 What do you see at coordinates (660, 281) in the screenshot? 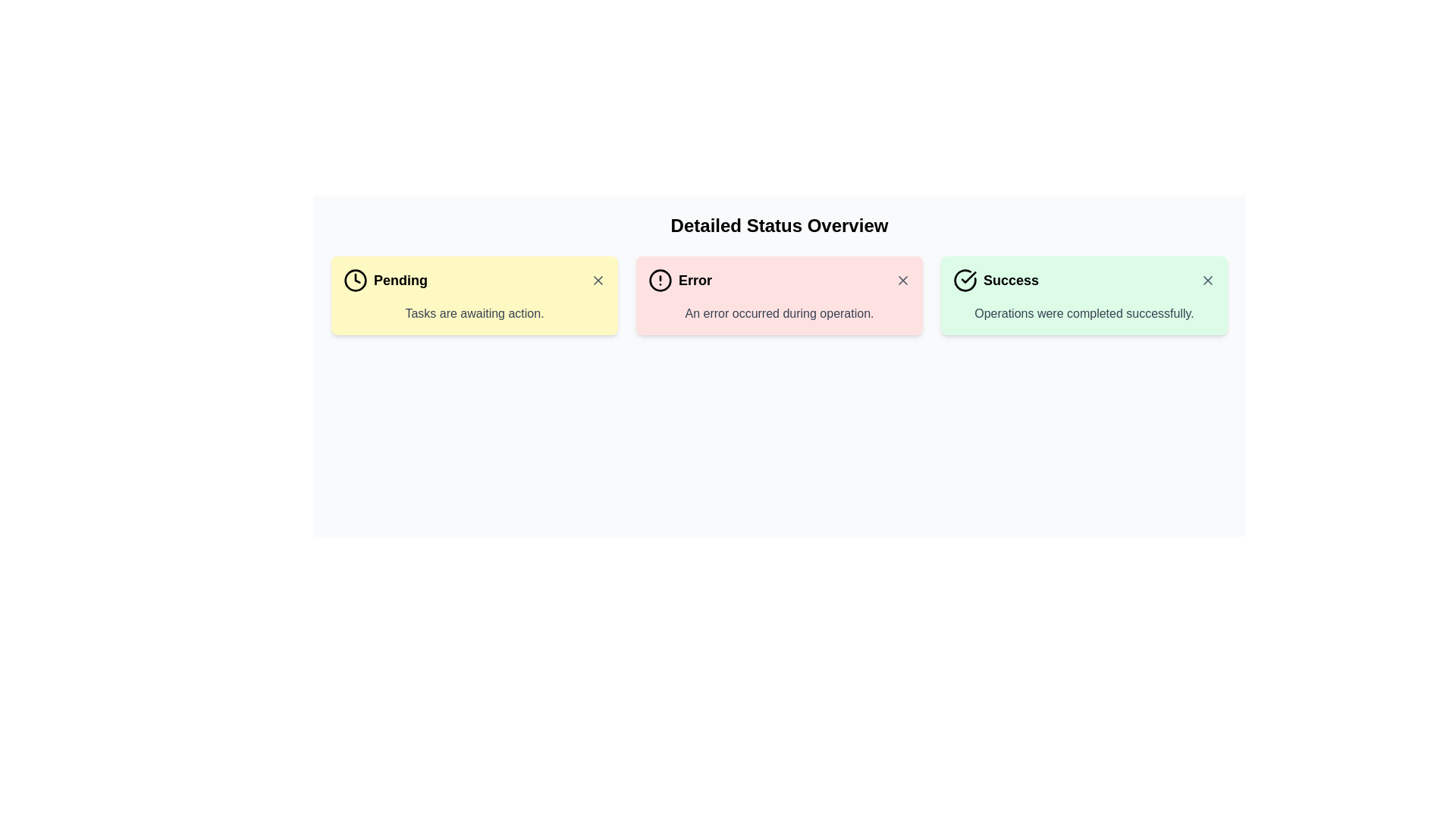
I see `the Decorative Icon indicating an error state, located to the left of the 'Error' text label in the Detailed Status Overview panel` at bounding box center [660, 281].